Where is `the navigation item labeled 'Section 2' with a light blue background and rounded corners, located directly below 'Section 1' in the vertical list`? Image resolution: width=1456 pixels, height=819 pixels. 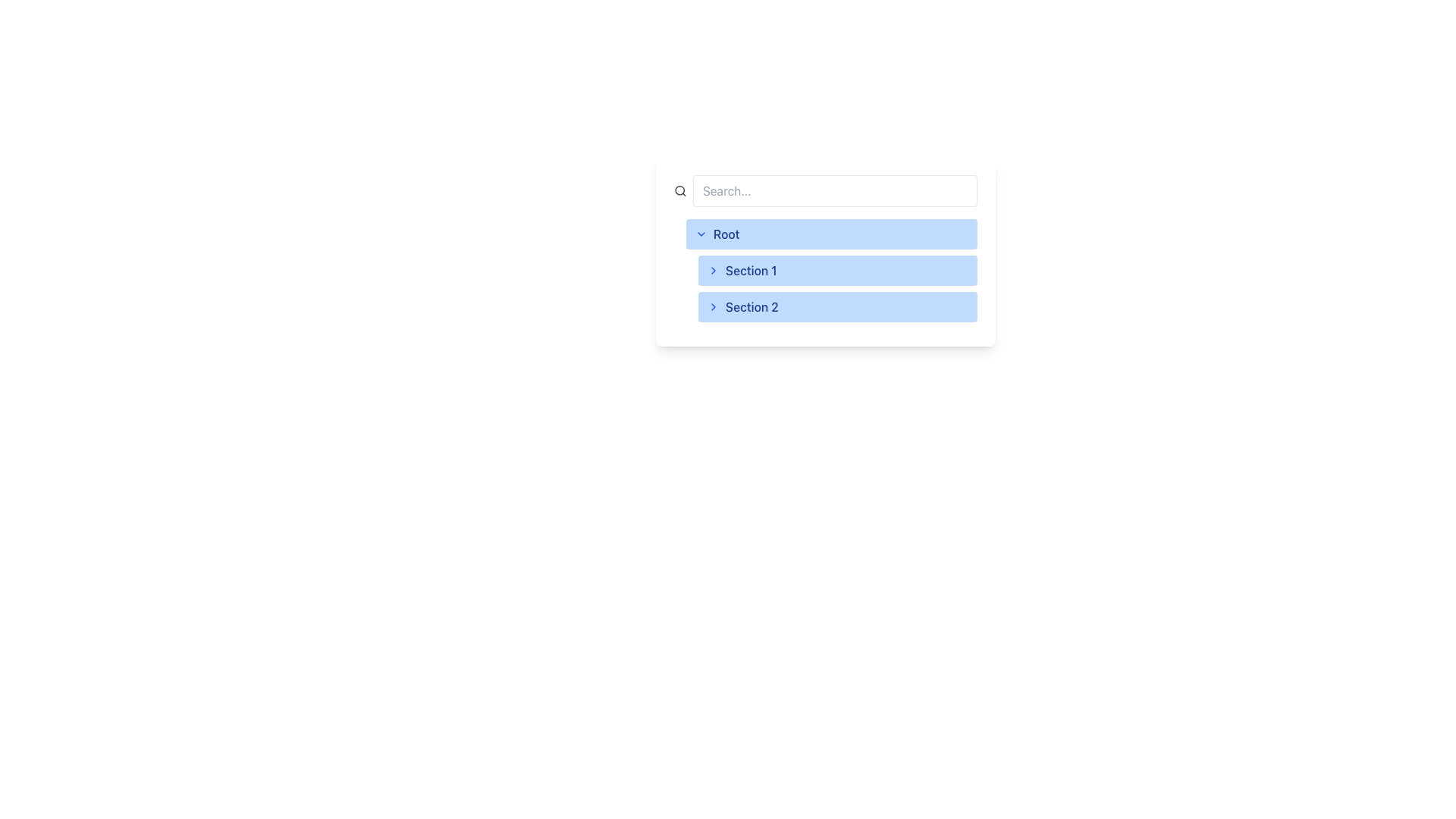
the navigation item labeled 'Section 2' with a light blue background and rounded corners, located directly below 'Section 1' in the vertical list is located at coordinates (836, 307).